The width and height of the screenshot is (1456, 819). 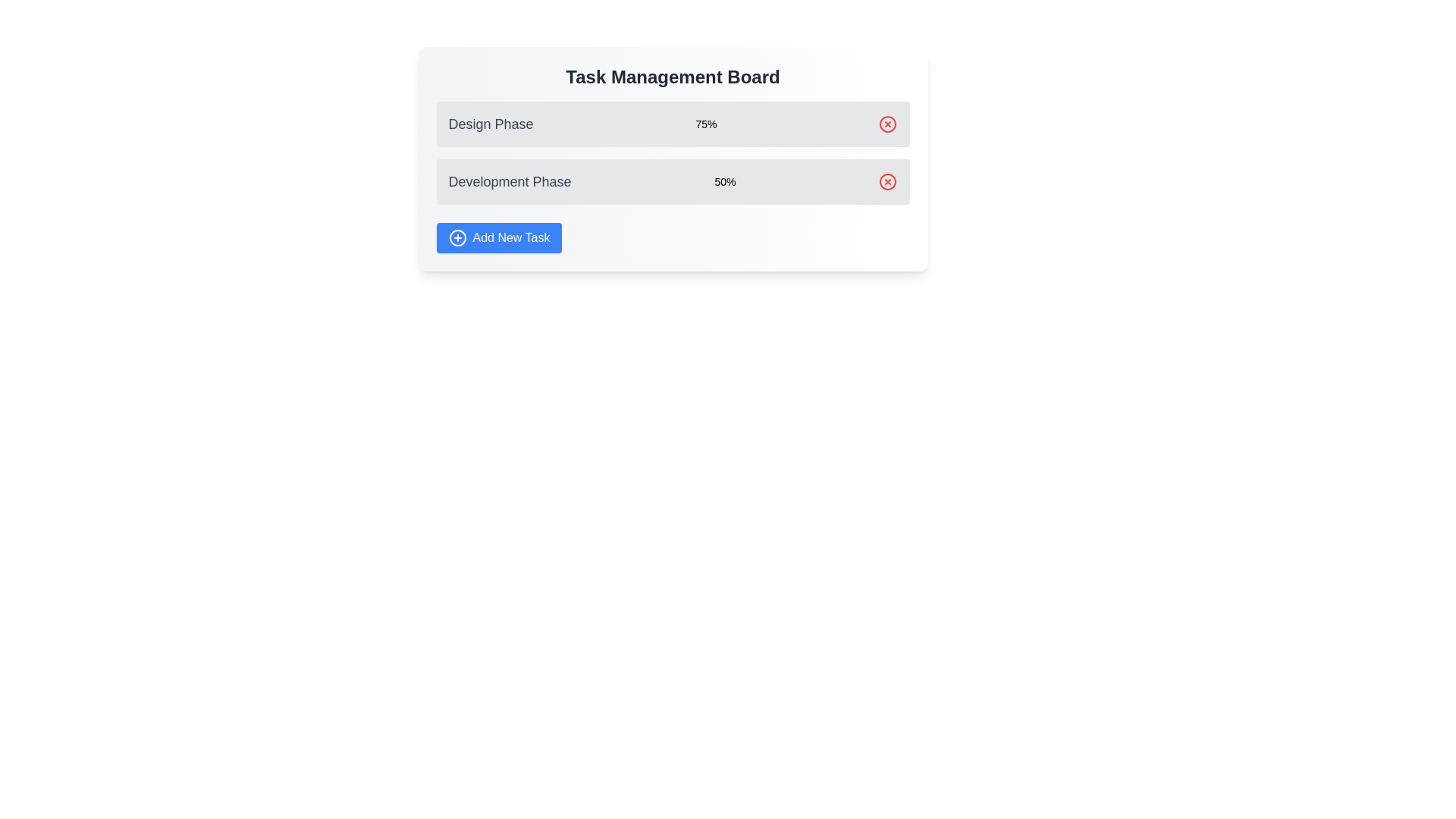 I want to click on the informational text label that displays the progress percentage for the 'Design Phase' task, located on the right end of the first row in the task management interface, so click(x=705, y=124).